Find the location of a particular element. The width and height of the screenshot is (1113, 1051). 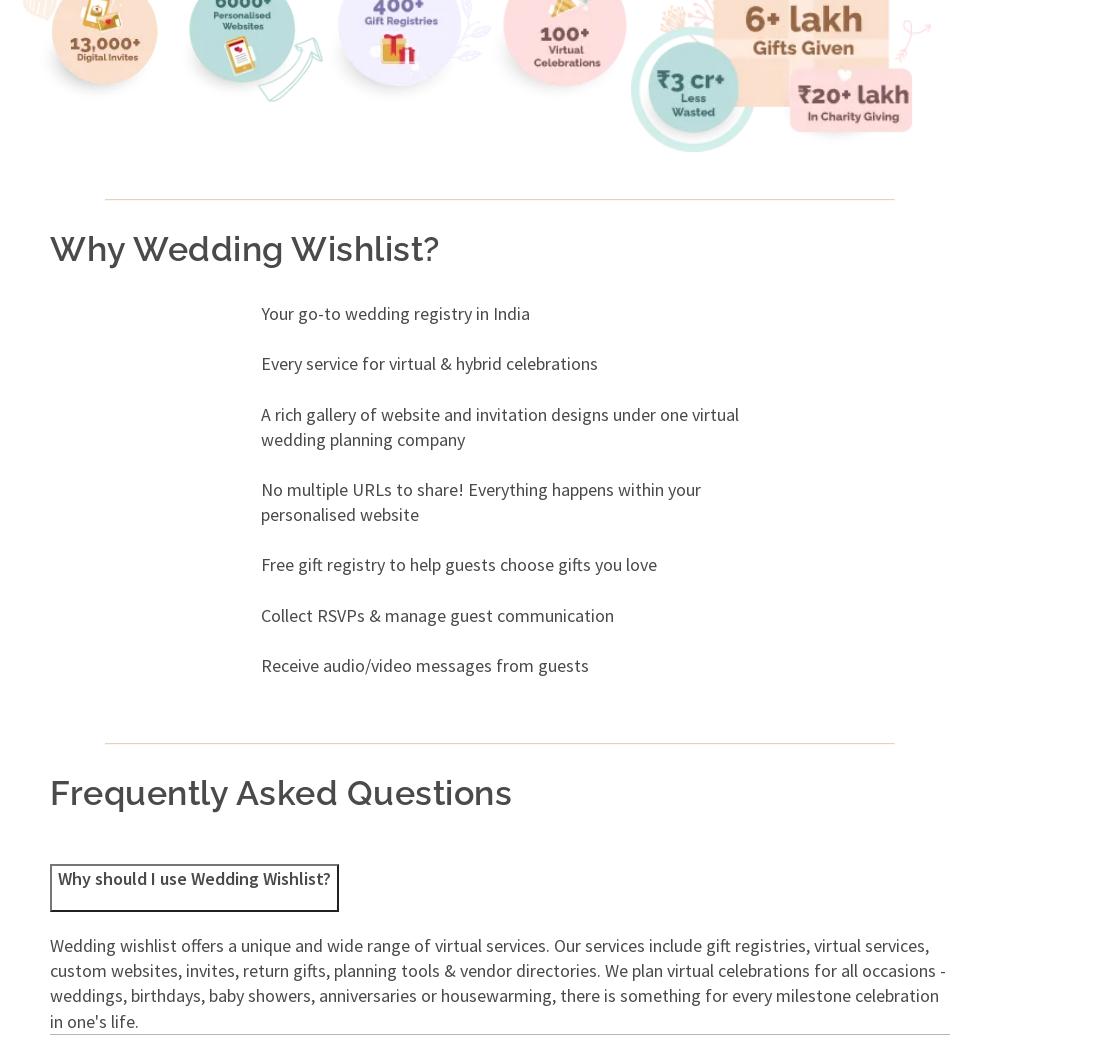

'Frequently Asked Questions' is located at coordinates (280, 791).